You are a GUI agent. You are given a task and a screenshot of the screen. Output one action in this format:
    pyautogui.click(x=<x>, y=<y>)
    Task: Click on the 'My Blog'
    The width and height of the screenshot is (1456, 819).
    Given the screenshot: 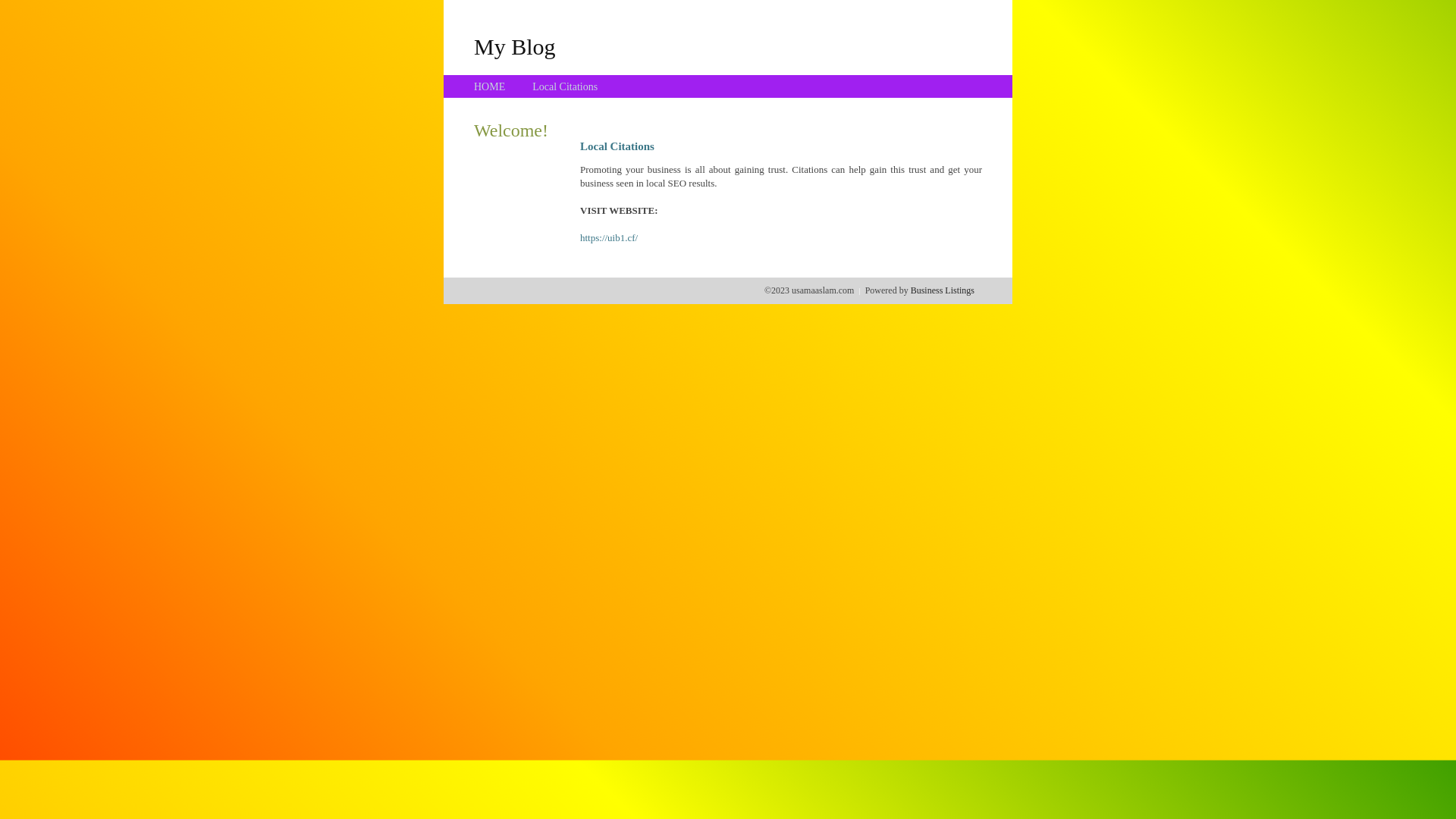 What is the action you would take?
    pyautogui.click(x=514, y=45)
    